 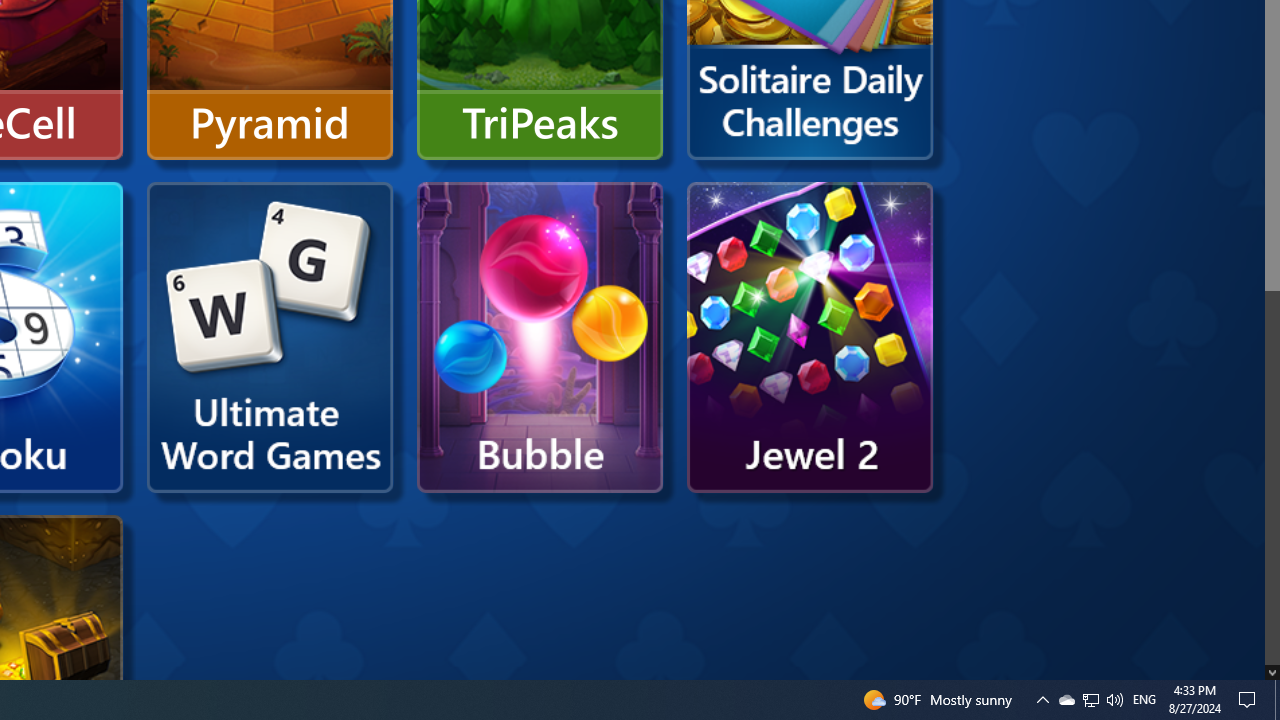 I want to click on 'Microsoft Jewel 2', so click(x=810, y=336).